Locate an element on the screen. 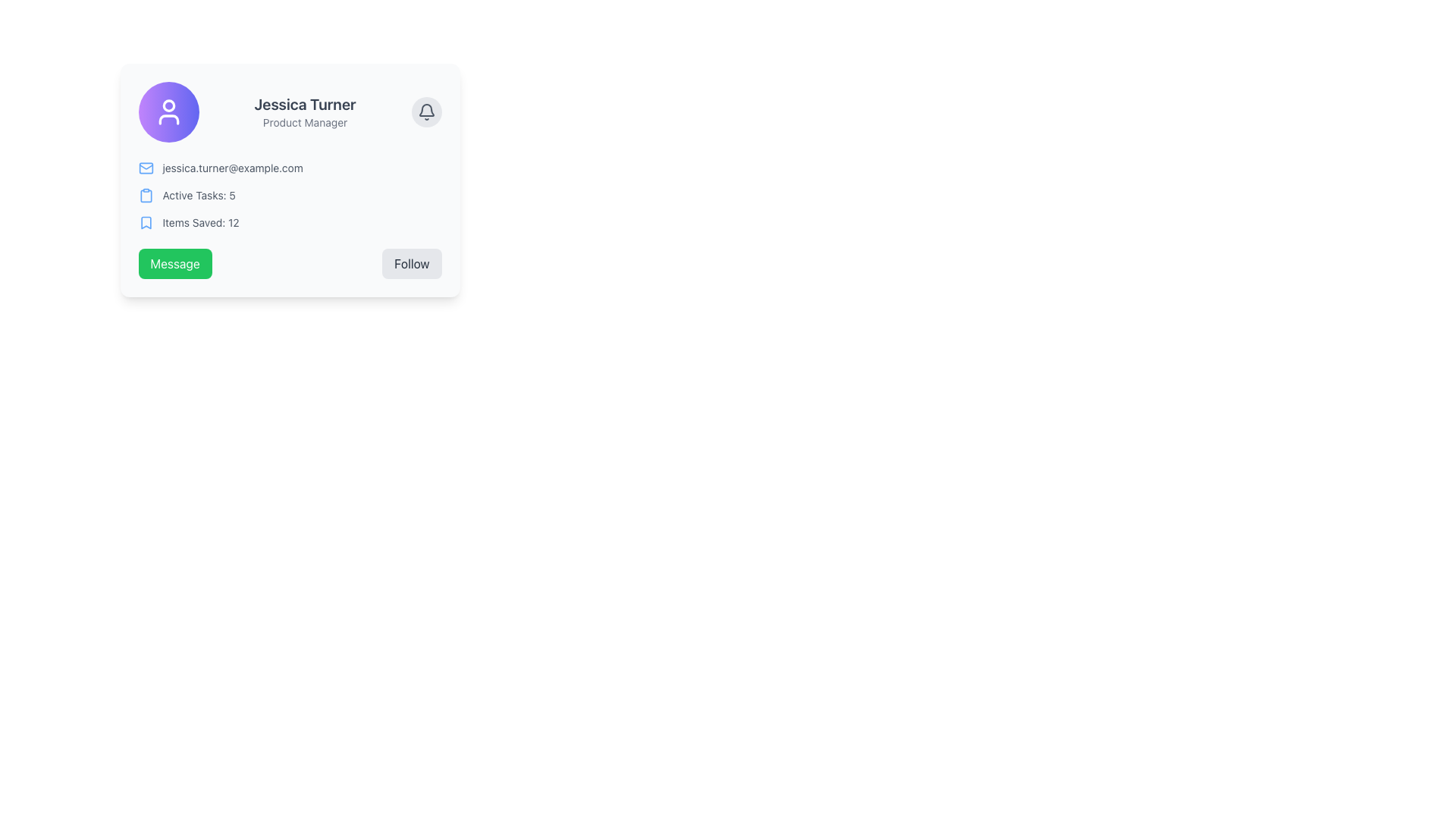 This screenshot has height=819, width=1456. the circular graphic that represents the avatar icon located in the top-left section of the profile card is located at coordinates (168, 105).